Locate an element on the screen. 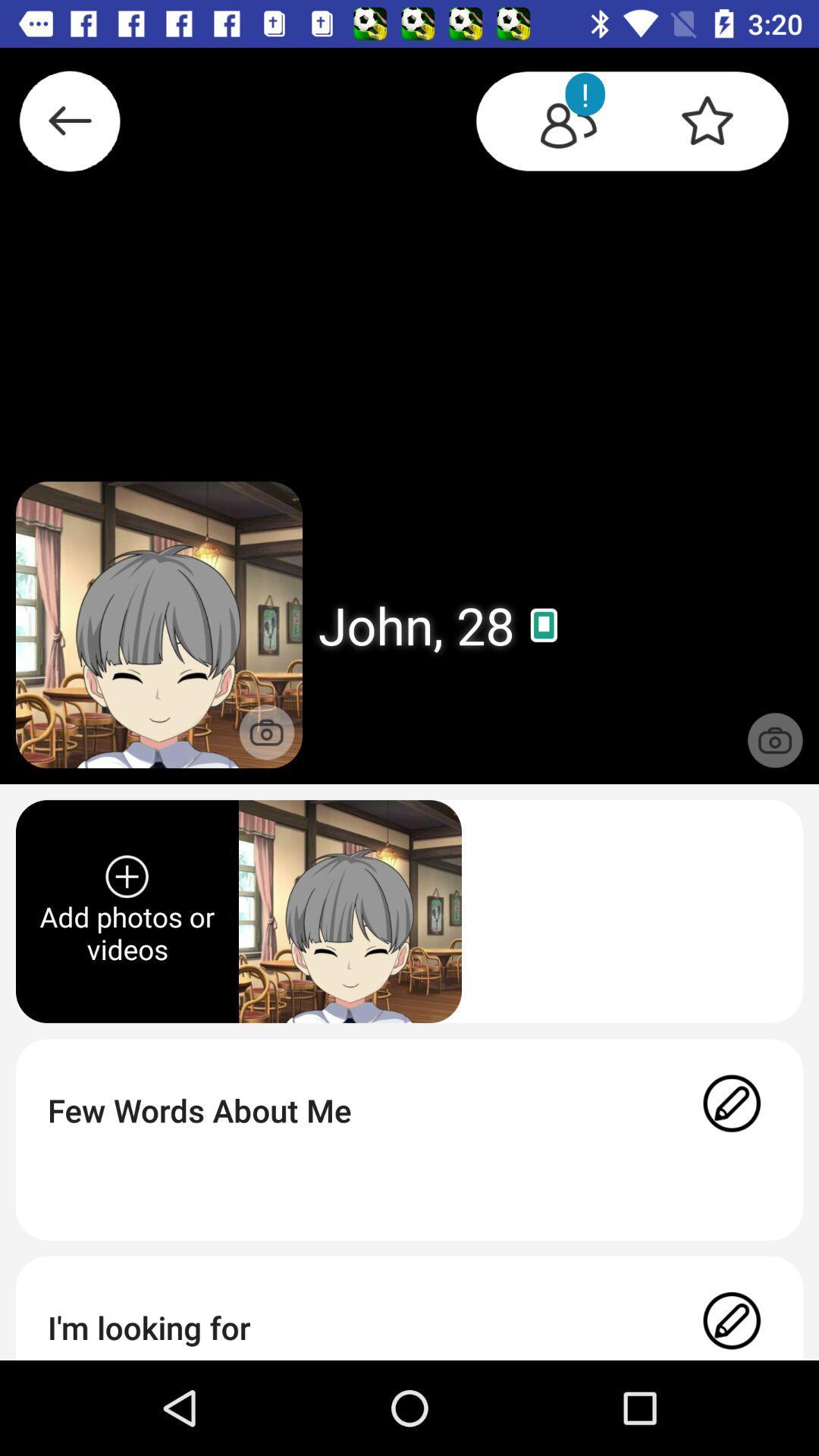 This screenshot has height=1456, width=819. the group icon is located at coordinates (554, 124).